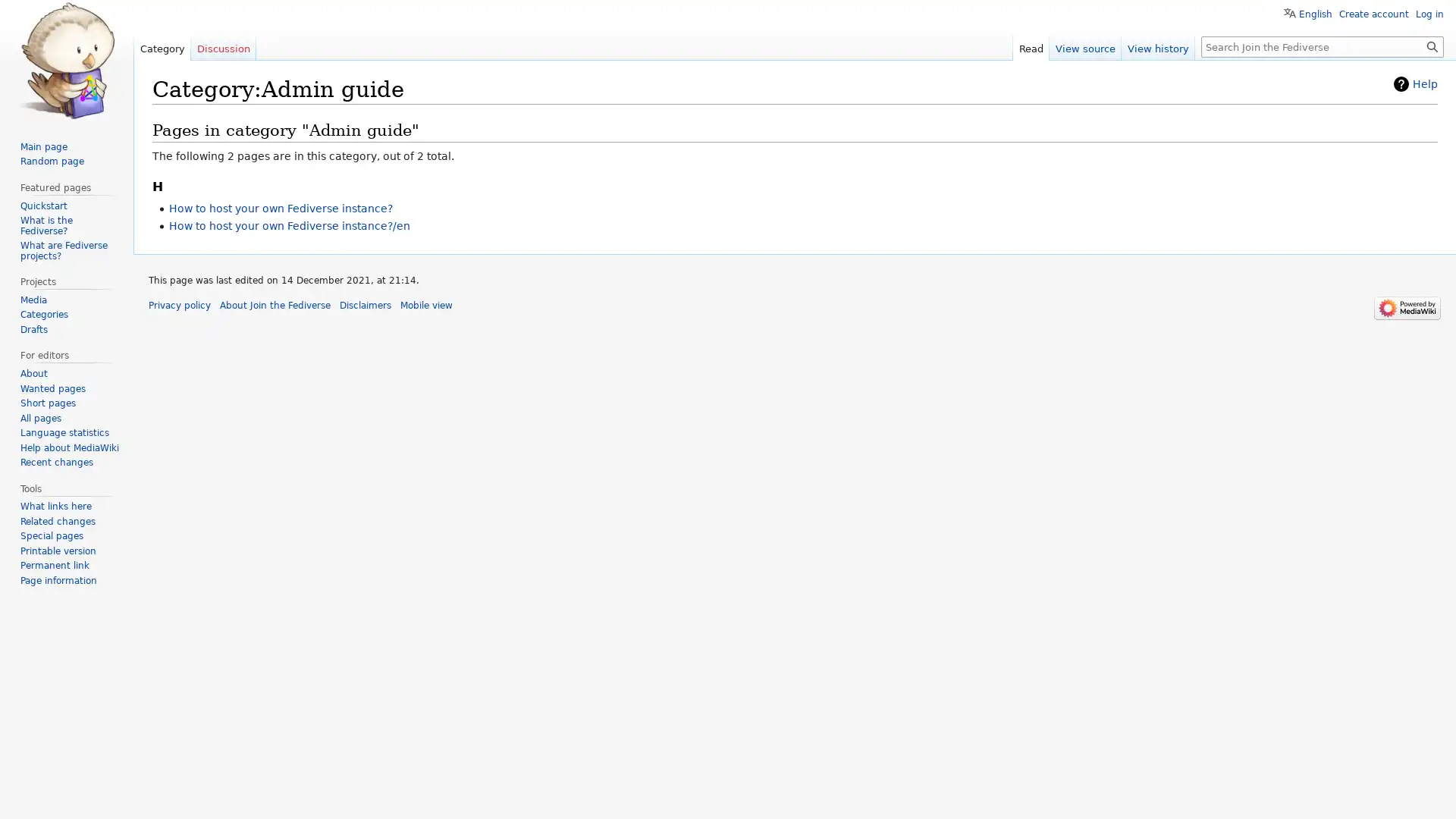  Describe the element at coordinates (1432, 45) in the screenshot. I see `Go` at that location.